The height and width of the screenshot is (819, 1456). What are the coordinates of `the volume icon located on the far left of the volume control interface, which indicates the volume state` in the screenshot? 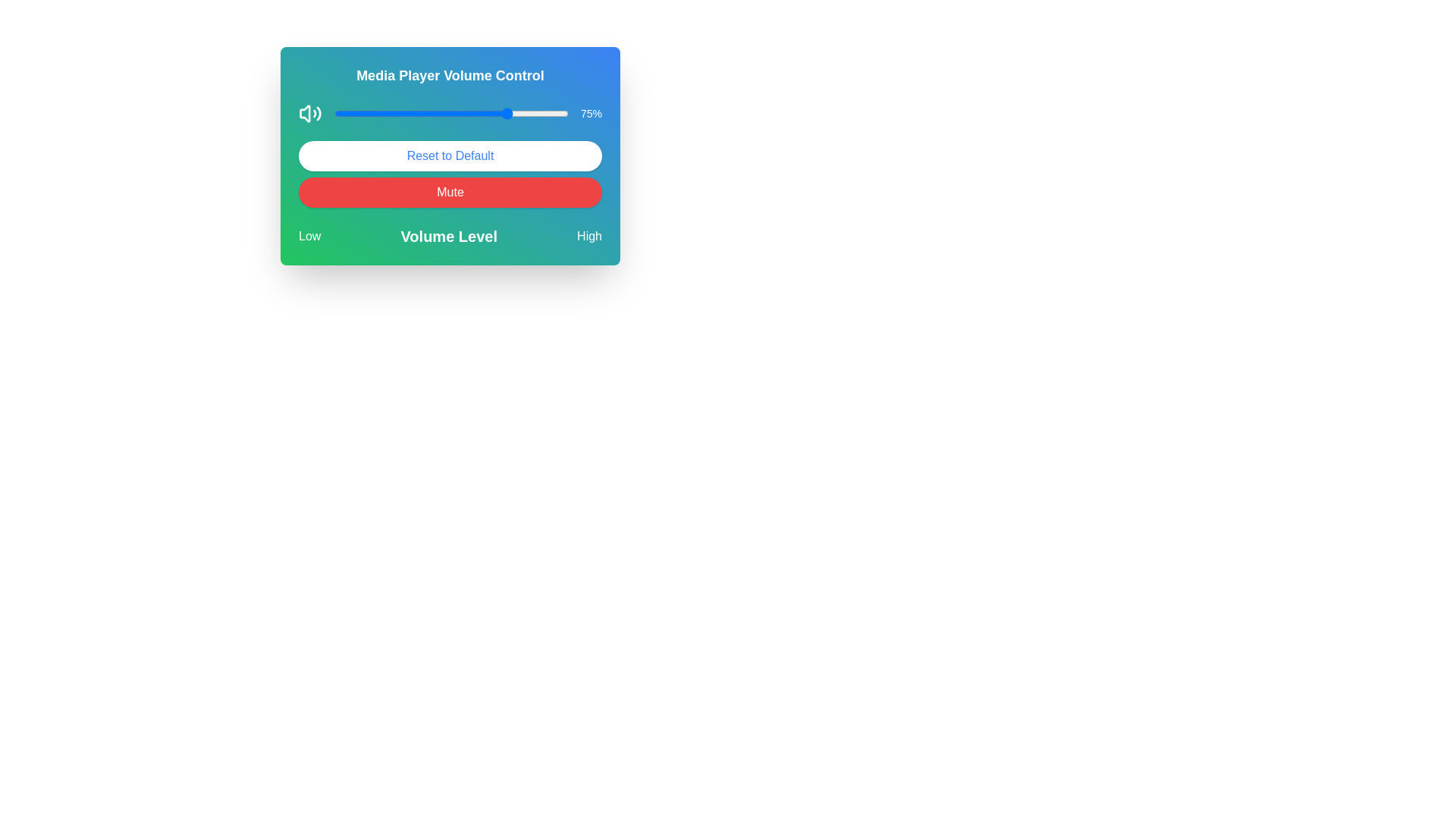 It's located at (309, 113).